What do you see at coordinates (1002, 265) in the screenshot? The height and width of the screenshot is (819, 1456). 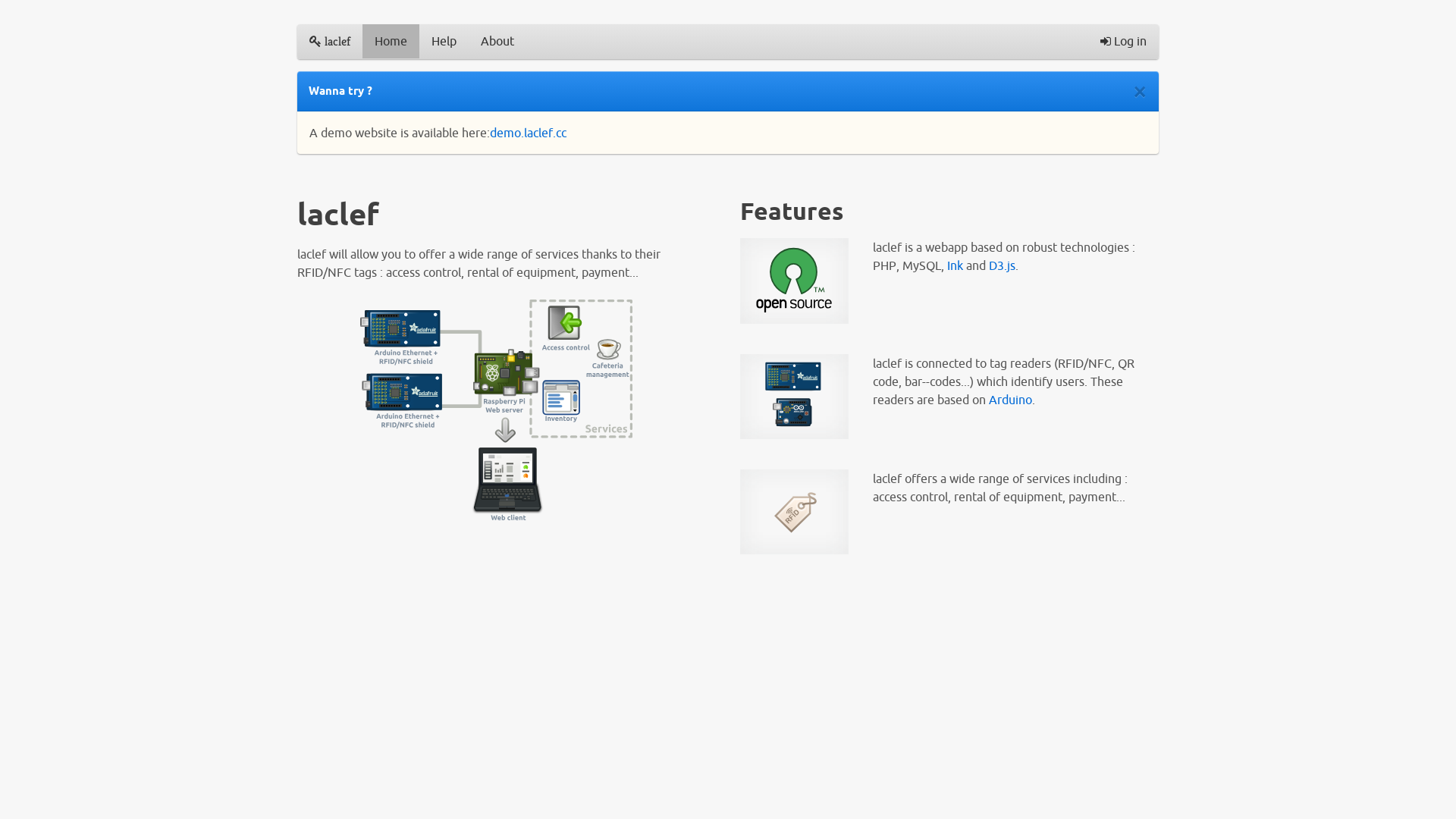 I see `'D3.js'` at bounding box center [1002, 265].